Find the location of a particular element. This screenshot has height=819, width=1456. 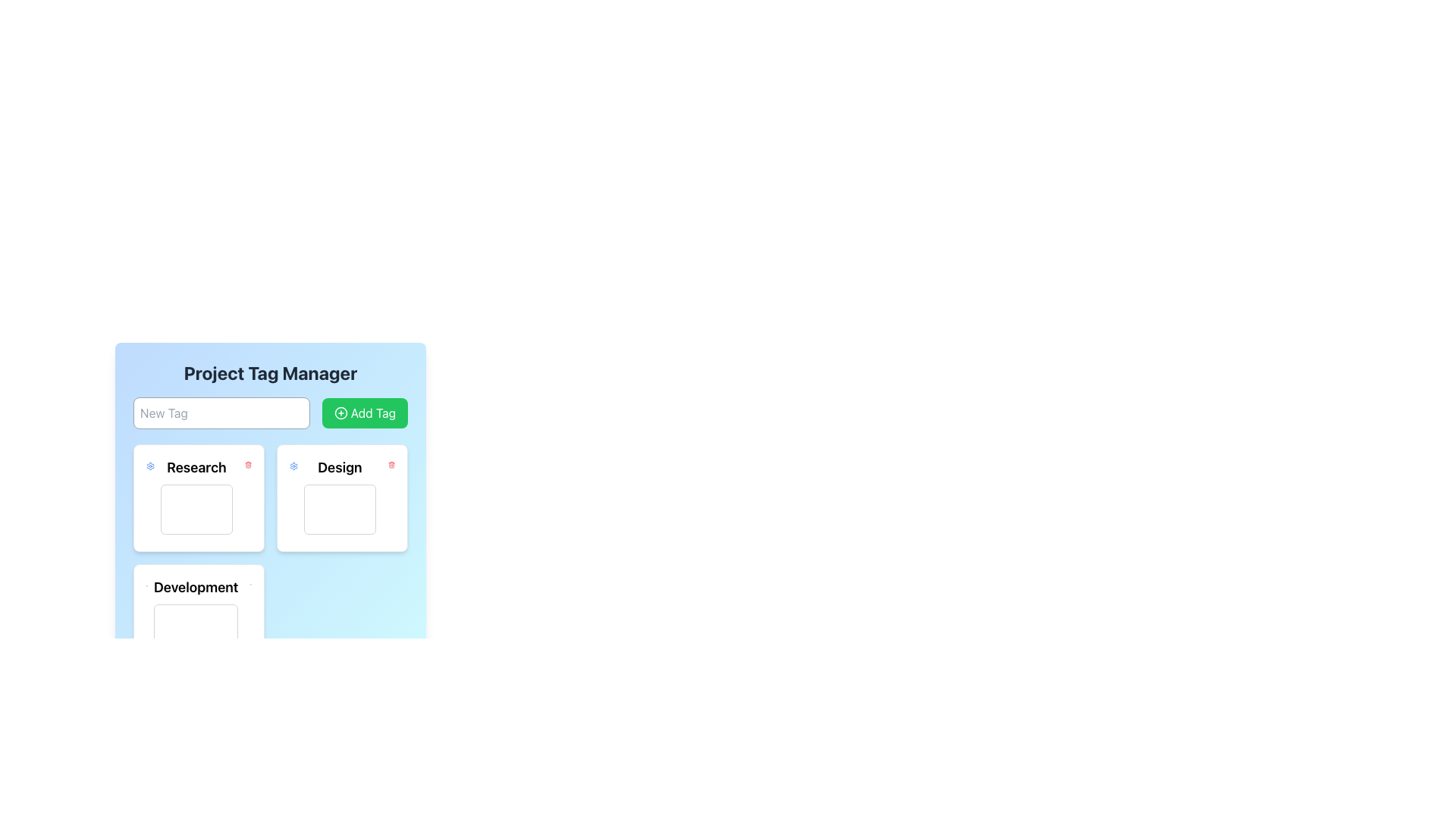

the text label 'Design' which is displayed in bold font within the second card under the title 'Project Tag Manager' is located at coordinates (339, 467).